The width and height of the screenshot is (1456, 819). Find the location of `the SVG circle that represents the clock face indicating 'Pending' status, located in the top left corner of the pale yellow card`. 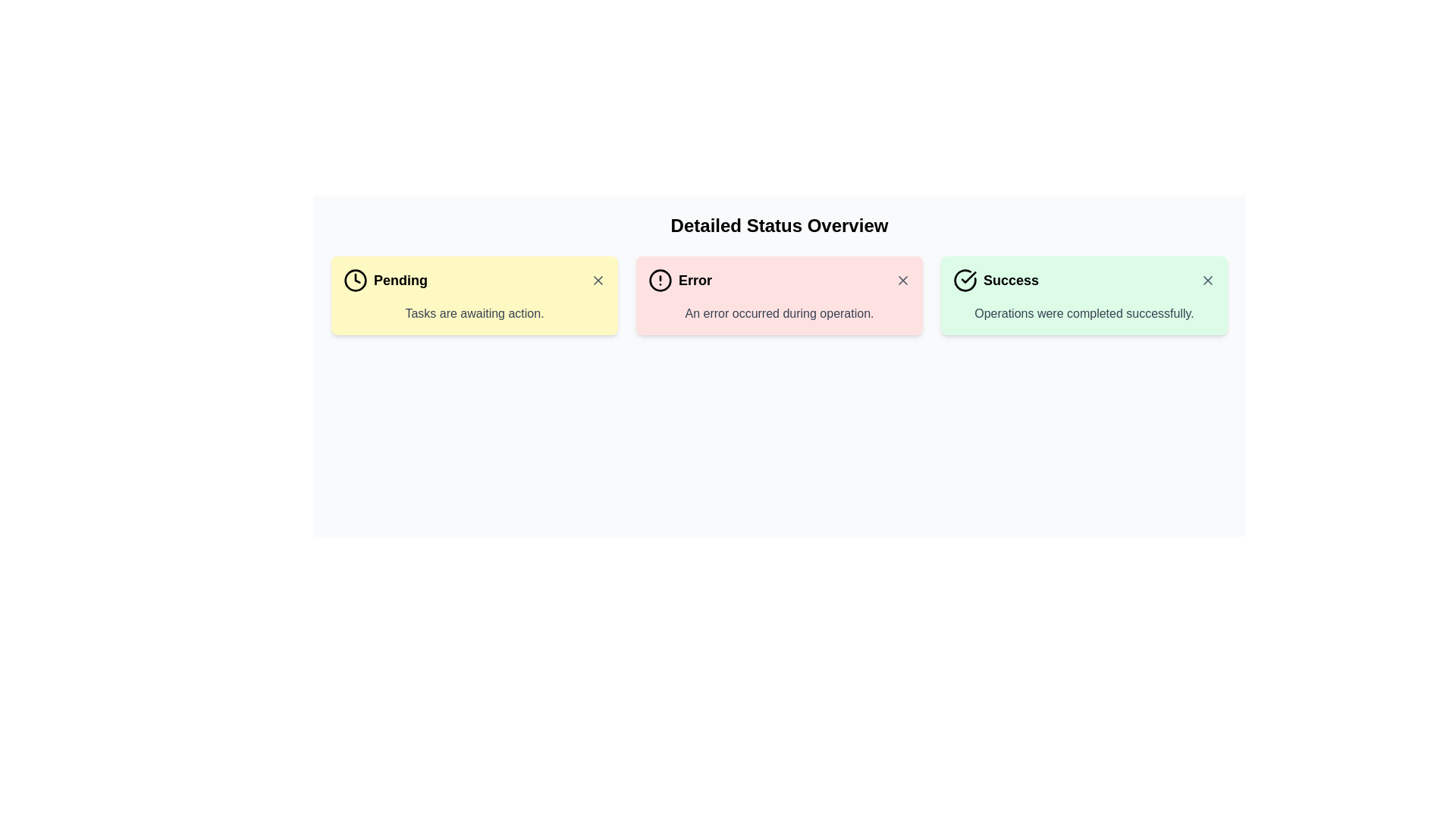

the SVG circle that represents the clock face indicating 'Pending' status, located in the top left corner of the pale yellow card is located at coordinates (355, 281).